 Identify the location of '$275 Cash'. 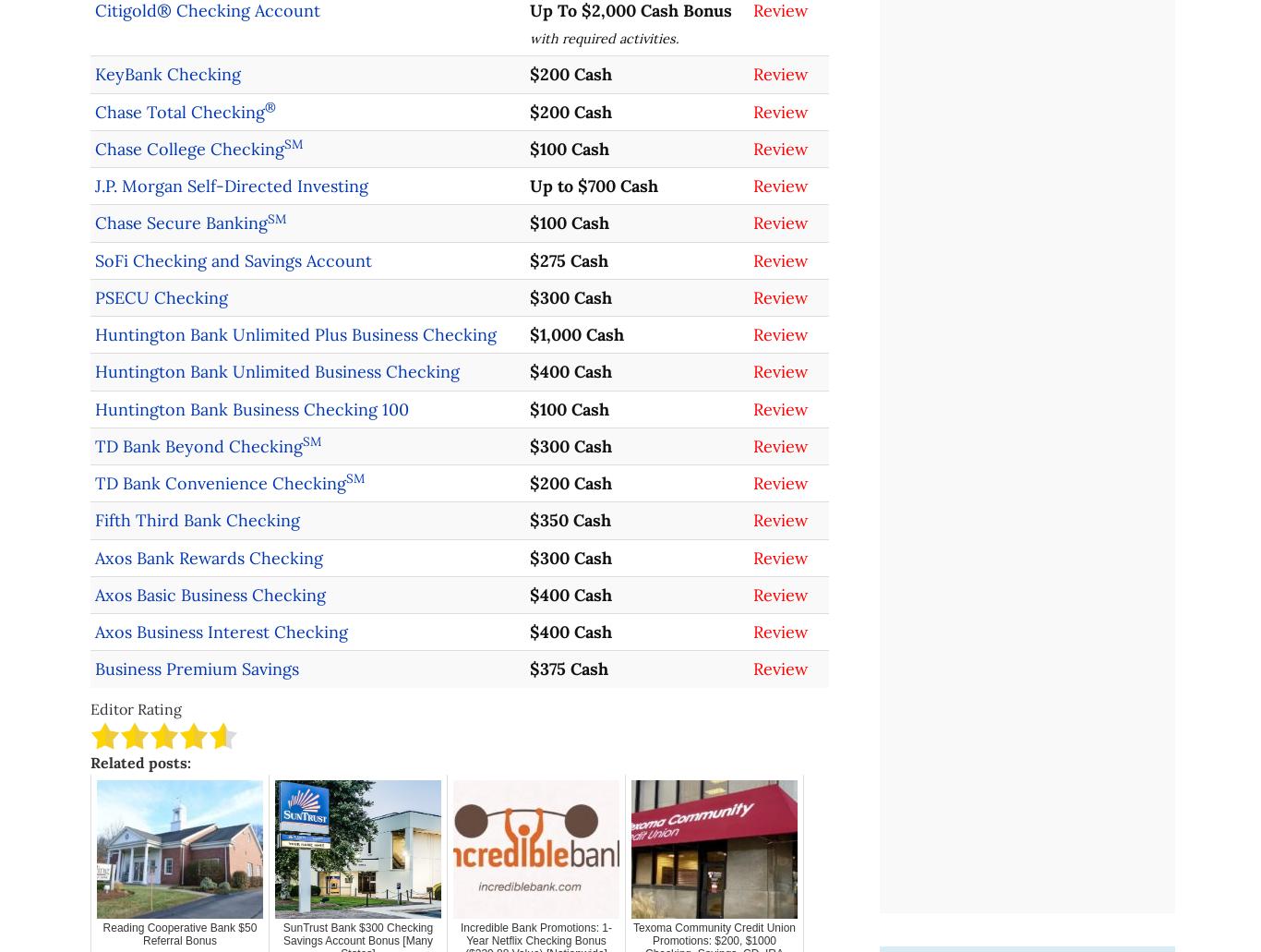
(567, 259).